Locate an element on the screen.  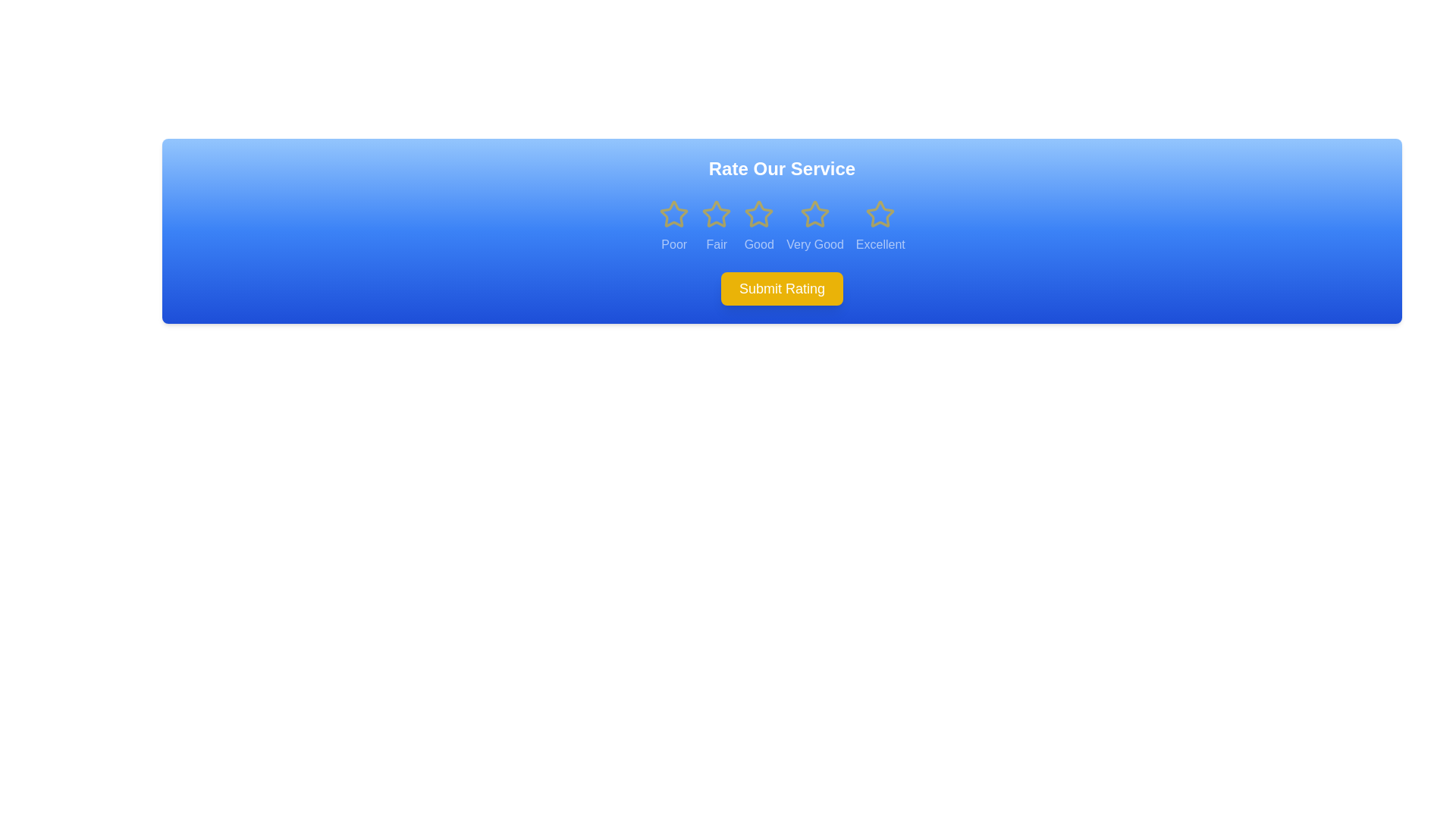
the 'Excellent' text label which indicates the meaning of the last star in the rating scale, located under the fifth rating option is located at coordinates (880, 244).